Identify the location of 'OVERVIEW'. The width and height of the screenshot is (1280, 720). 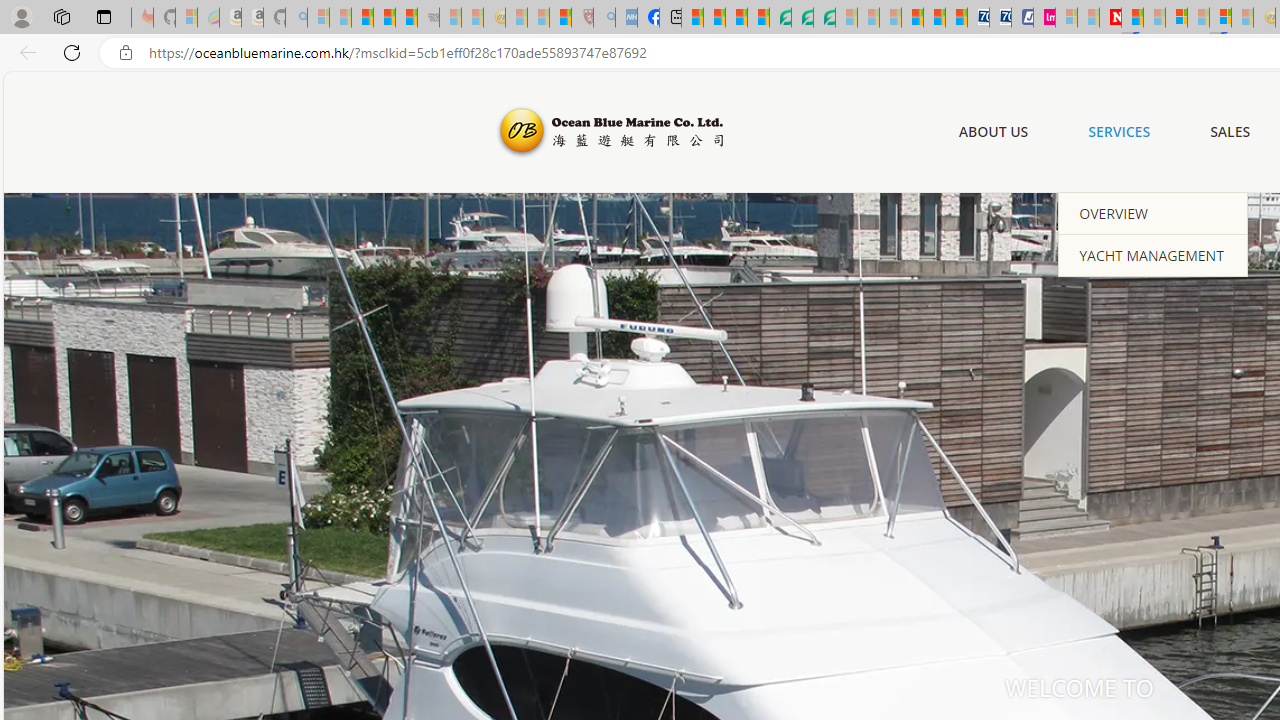
(1153, 213).